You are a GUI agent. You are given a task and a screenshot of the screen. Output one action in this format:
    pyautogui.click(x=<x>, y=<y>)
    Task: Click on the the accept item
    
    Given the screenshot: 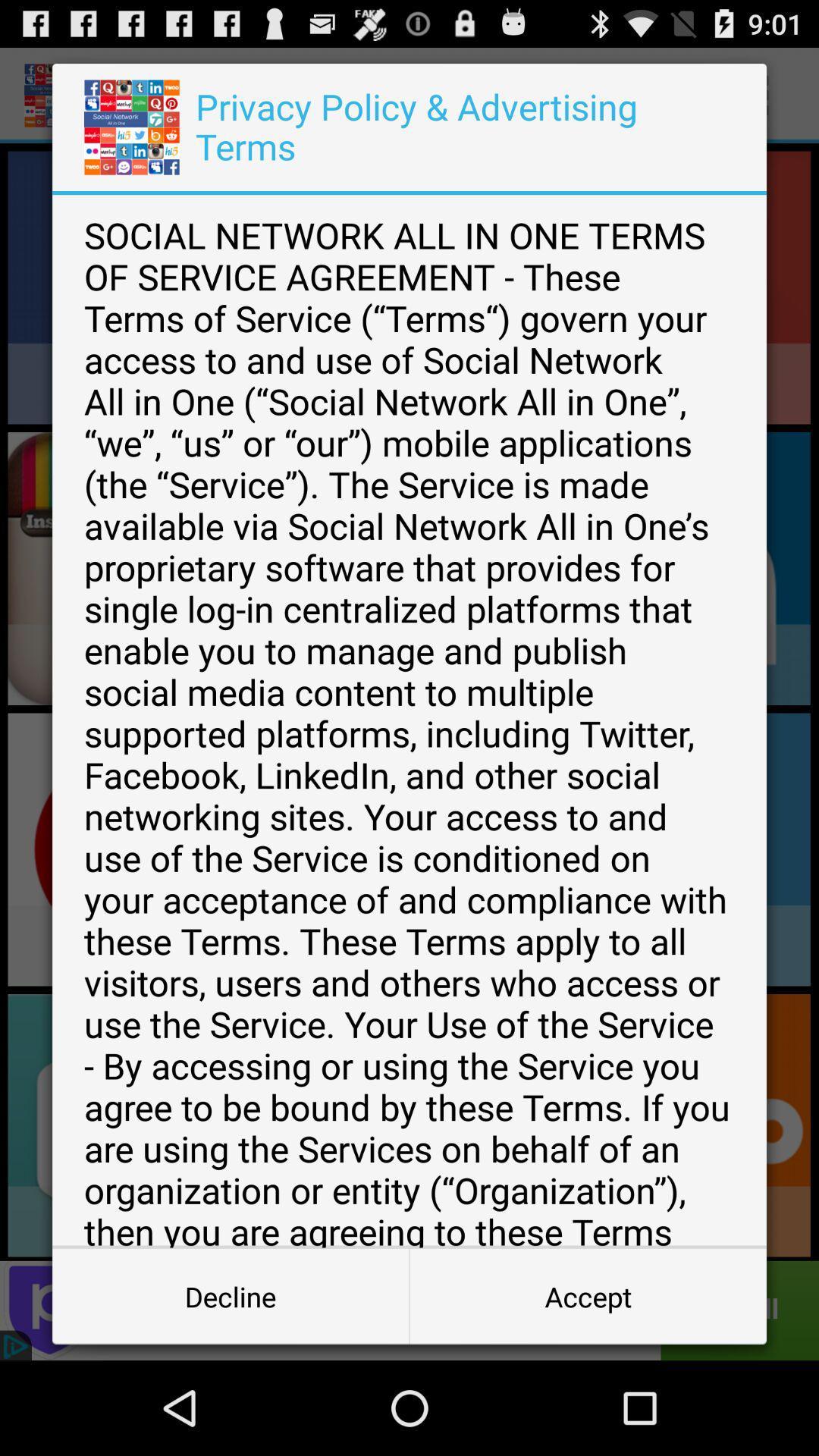 What is the action you would take?
    pyautogui.click(x=587, y=1295)
    